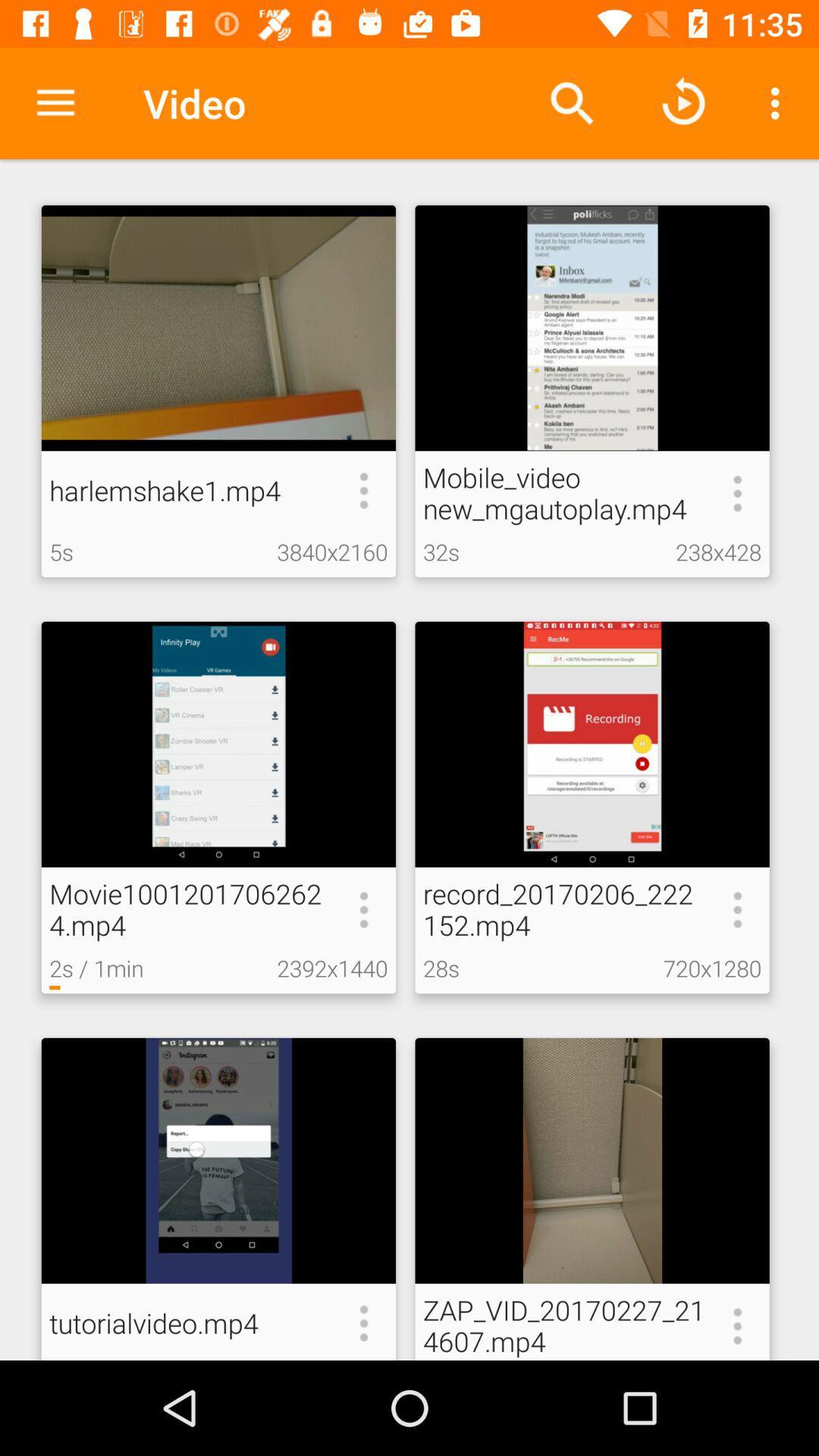 The width and height of the screenshot is (819, 1456). What do you see at coordinates (55, 102) in the screenshot?
I see `the icon next to video` at bounding box center [55, 102].